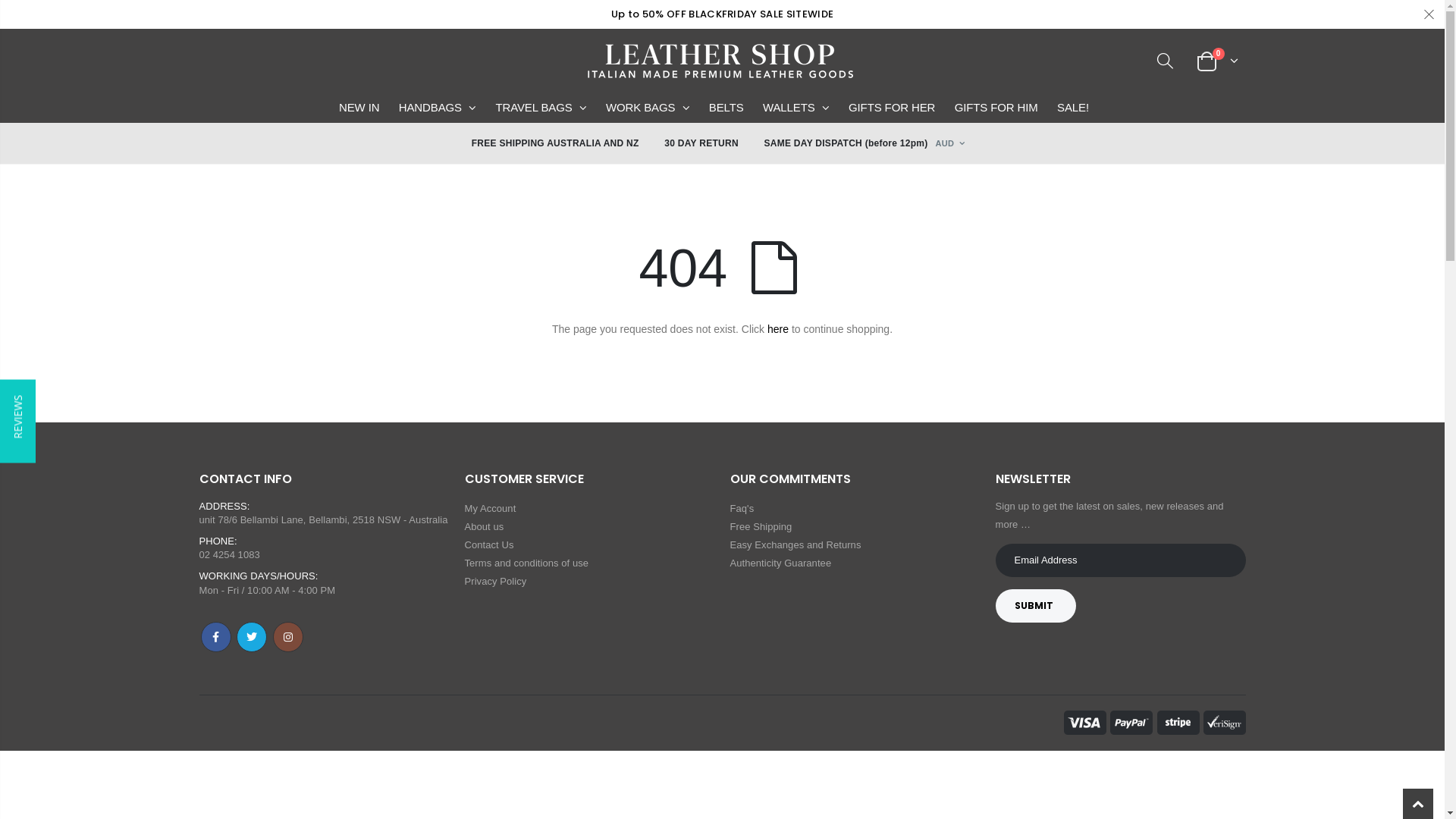  I want to click on '0', so click(1194, 61).